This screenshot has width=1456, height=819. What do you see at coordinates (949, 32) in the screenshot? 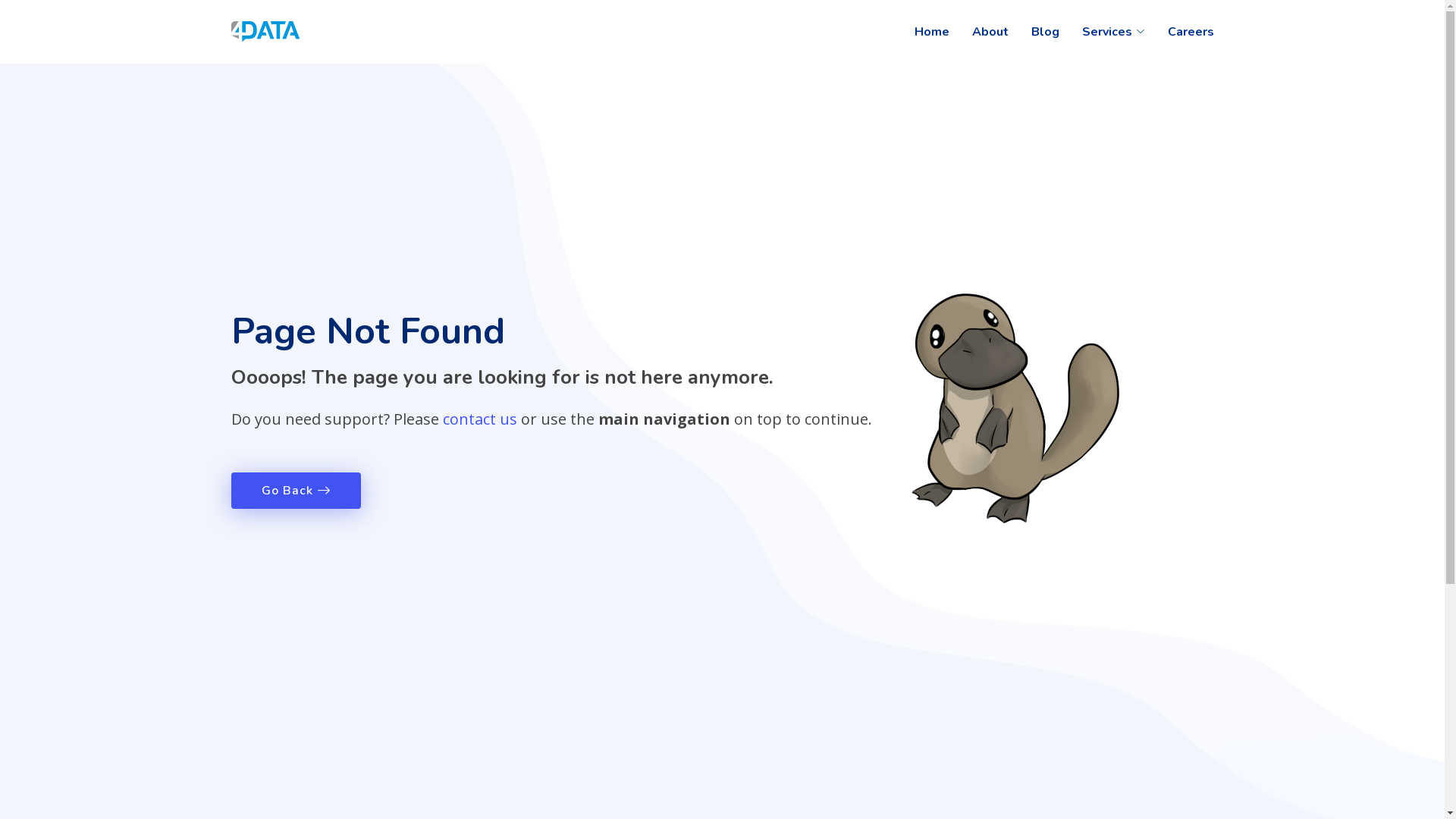
I see `'About'` at bounding box center [949, 32].